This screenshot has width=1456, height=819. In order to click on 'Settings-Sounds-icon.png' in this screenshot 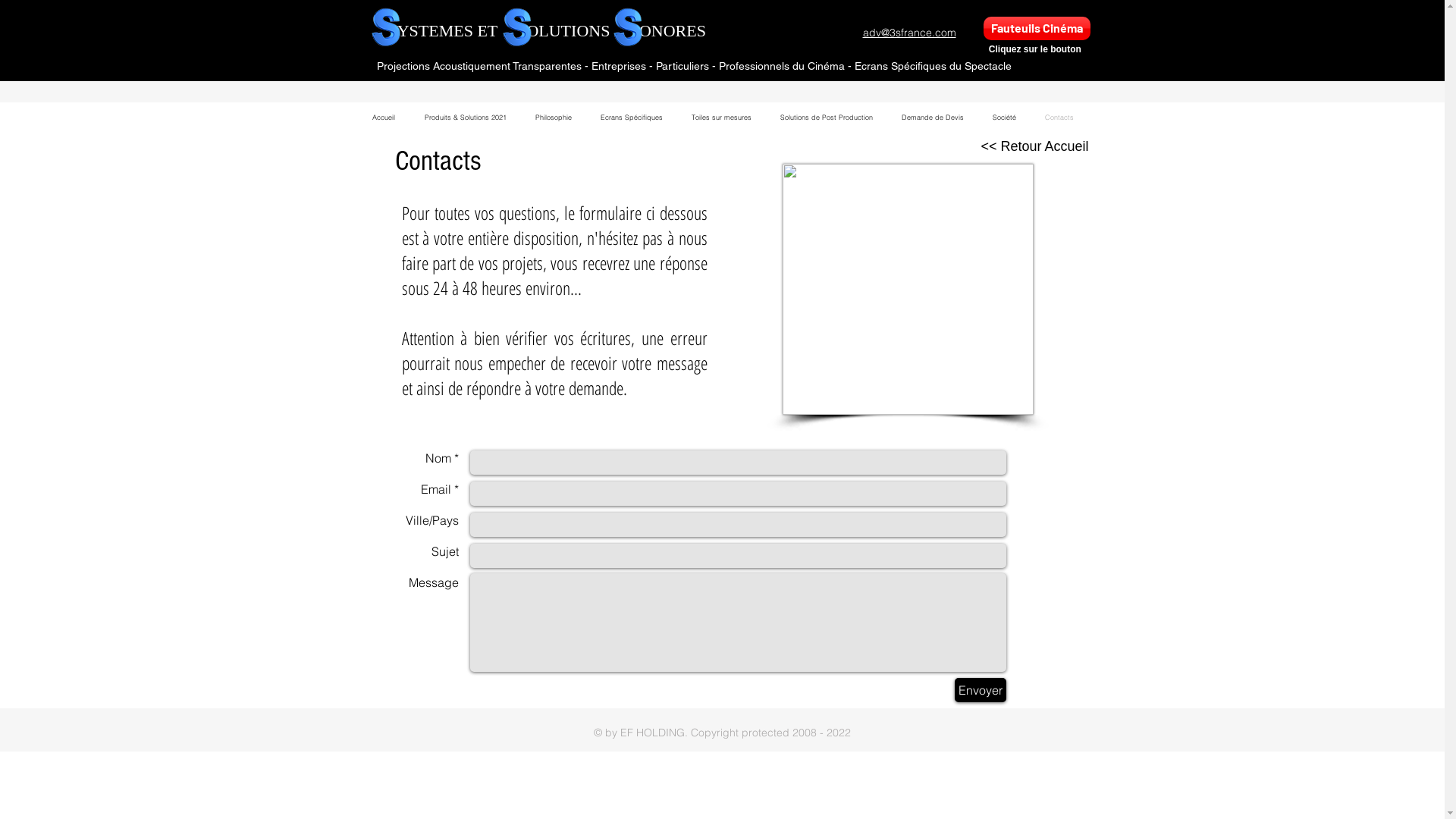, I will do `click(908, 289)`.